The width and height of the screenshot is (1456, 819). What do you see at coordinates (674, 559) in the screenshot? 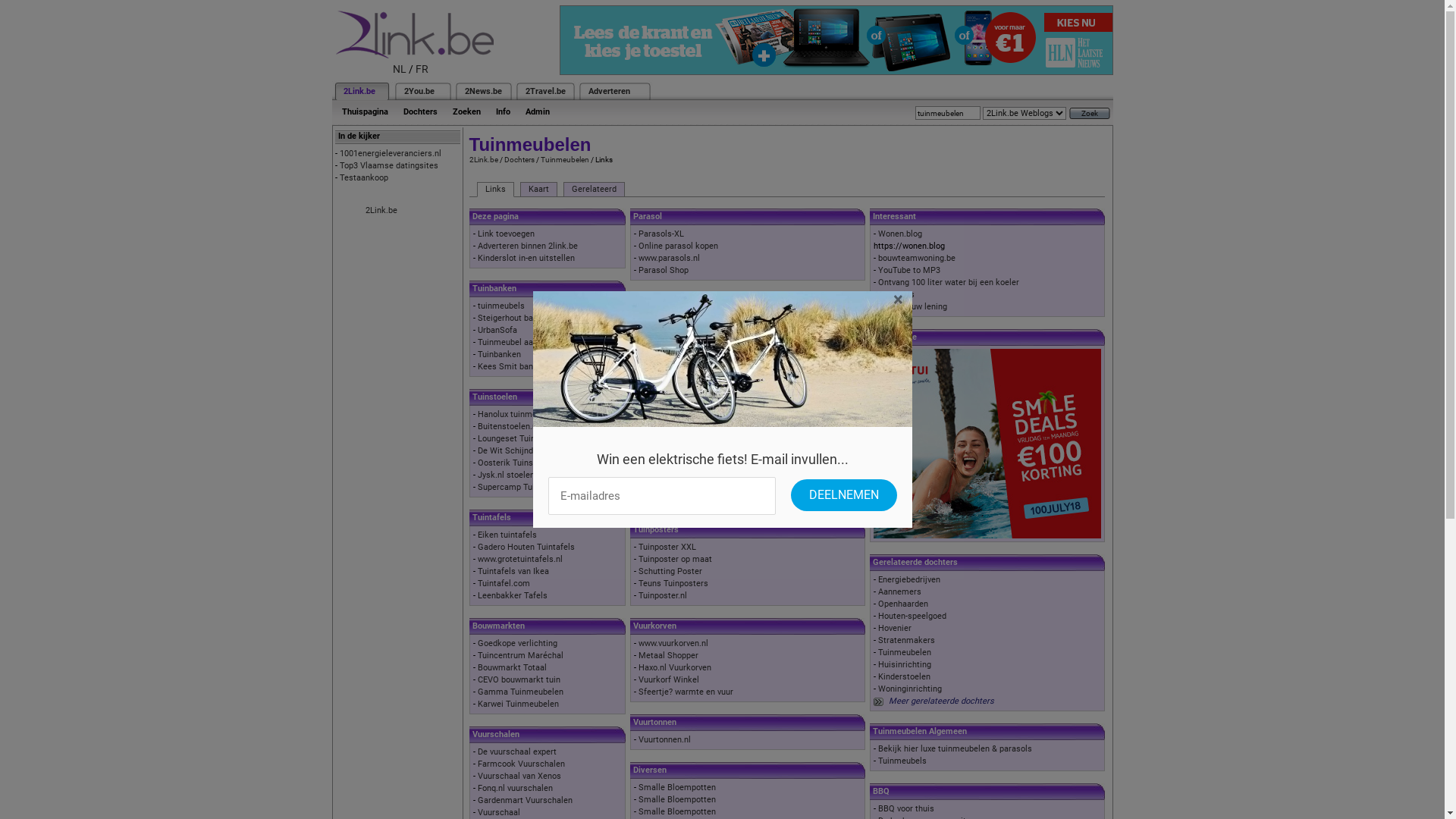
I see `'Tuinposter op maat'` at bounding box center [674, 559].